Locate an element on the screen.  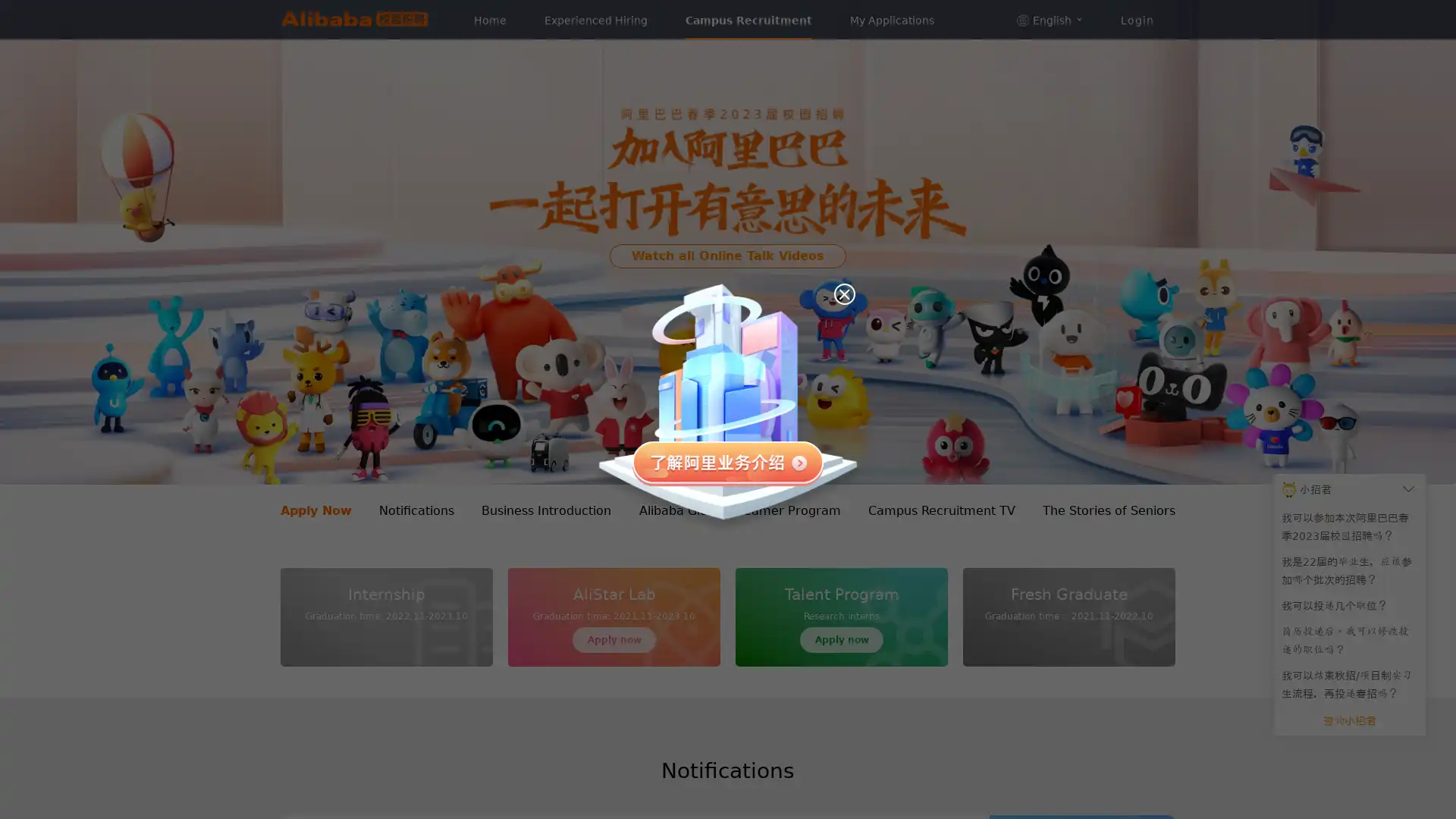
Apply now is located at coordinates (614, 640).